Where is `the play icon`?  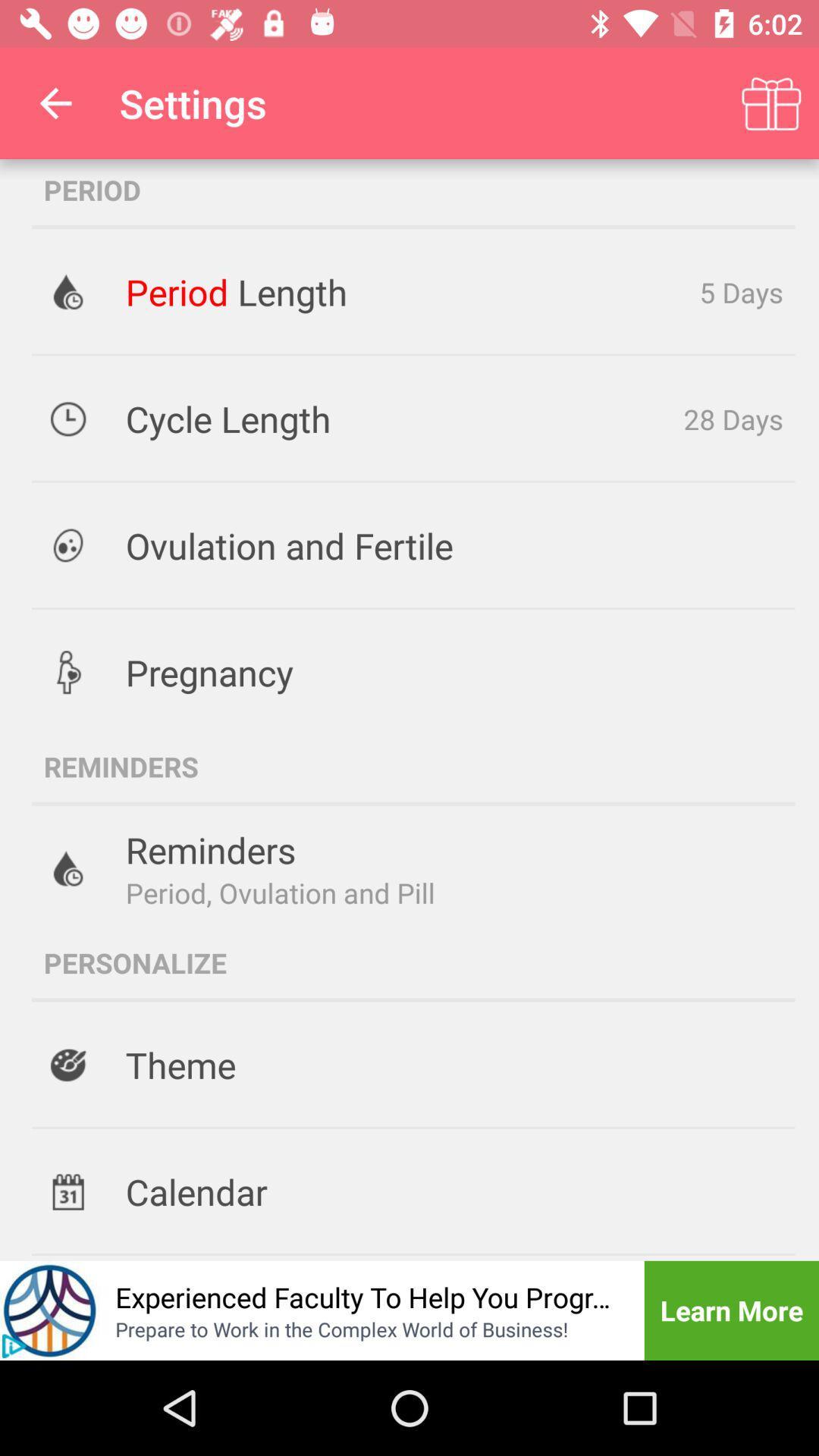
the play icon is located at coordinates (14, 1346).